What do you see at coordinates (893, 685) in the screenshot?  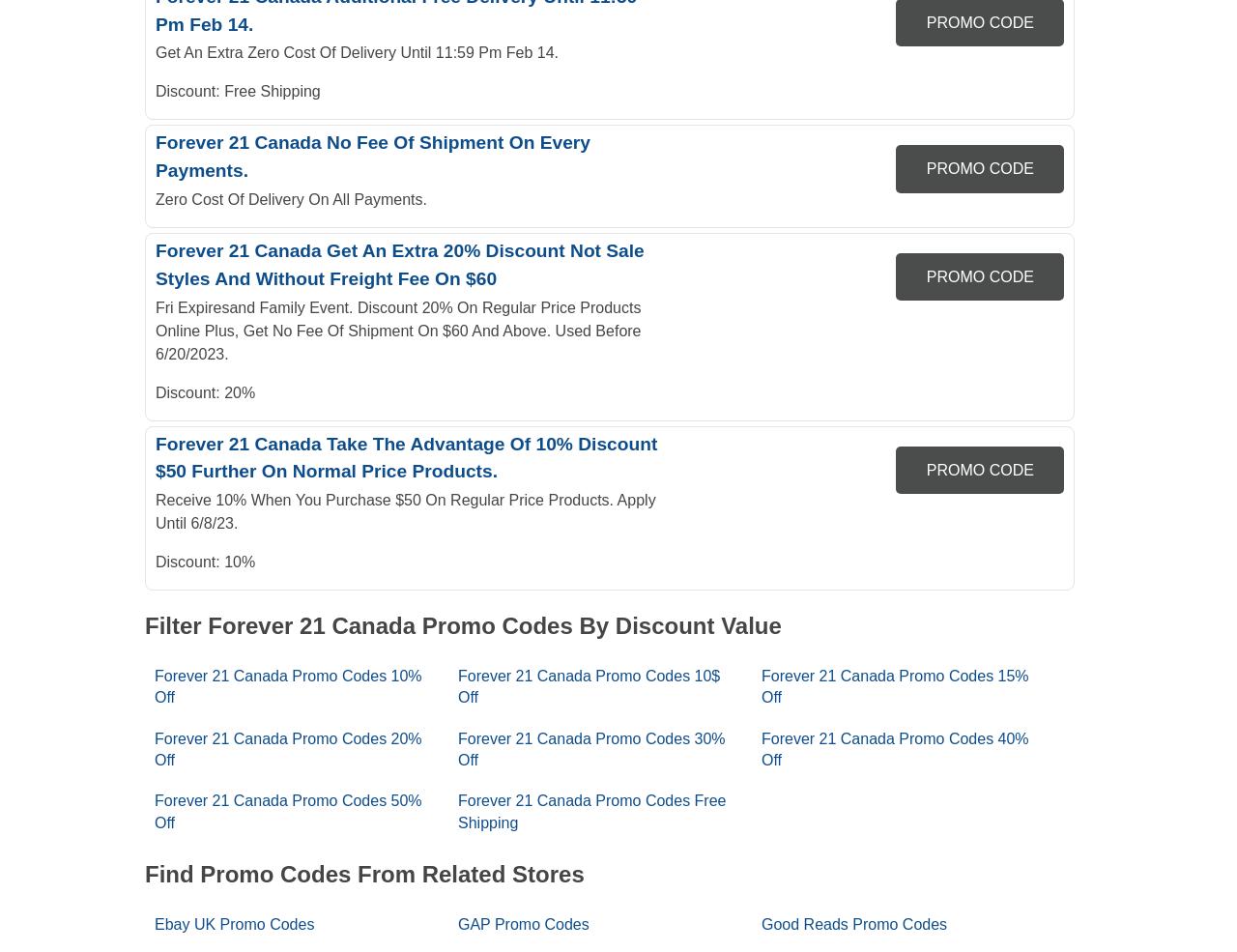 I see `'Forever 21 Canada Promo Codes 15% Off'` at bounding box center [893, 685].